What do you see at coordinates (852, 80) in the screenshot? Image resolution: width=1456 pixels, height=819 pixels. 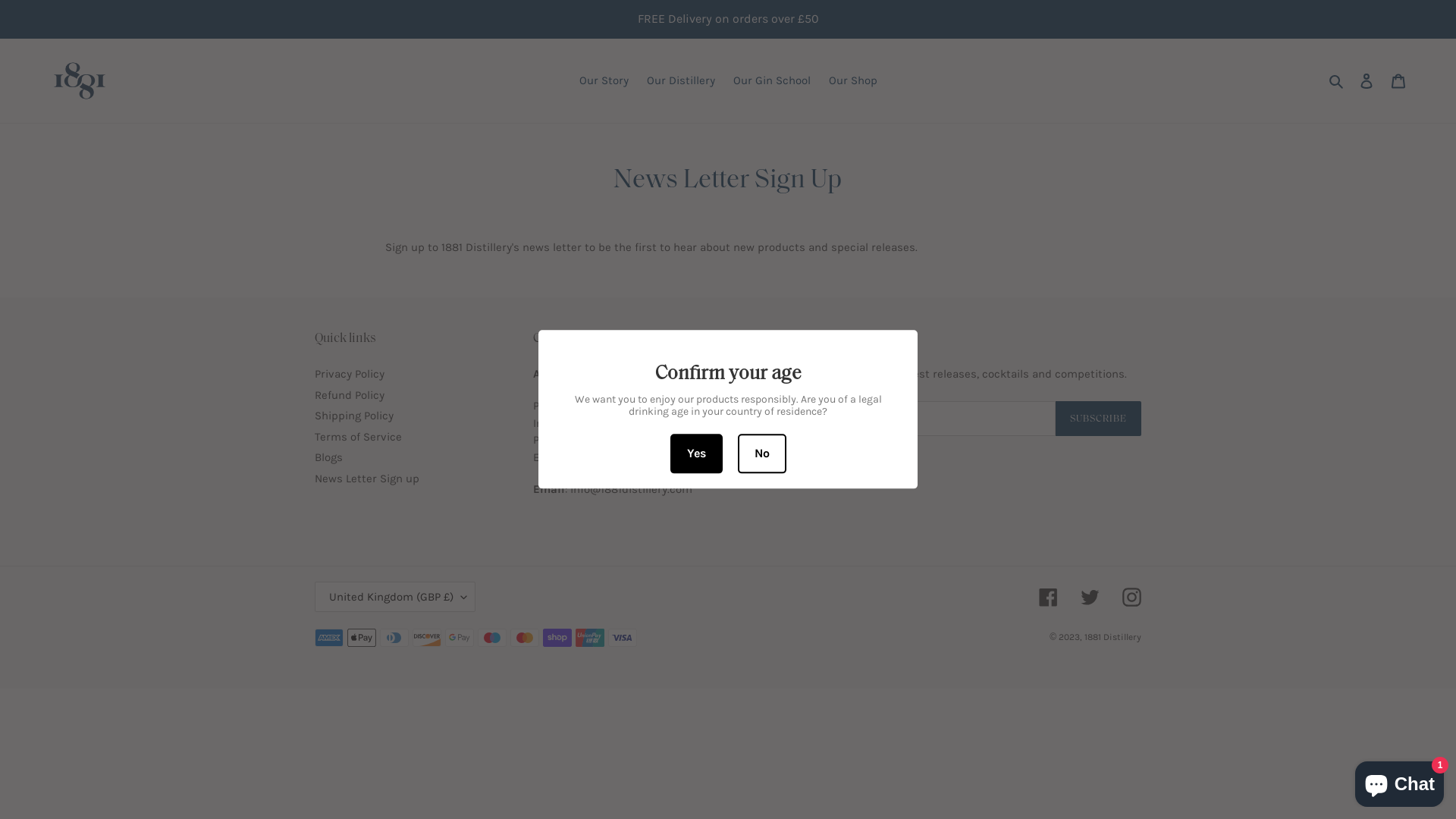 I see `'Our Shop'` at bounding box center [852, 80].